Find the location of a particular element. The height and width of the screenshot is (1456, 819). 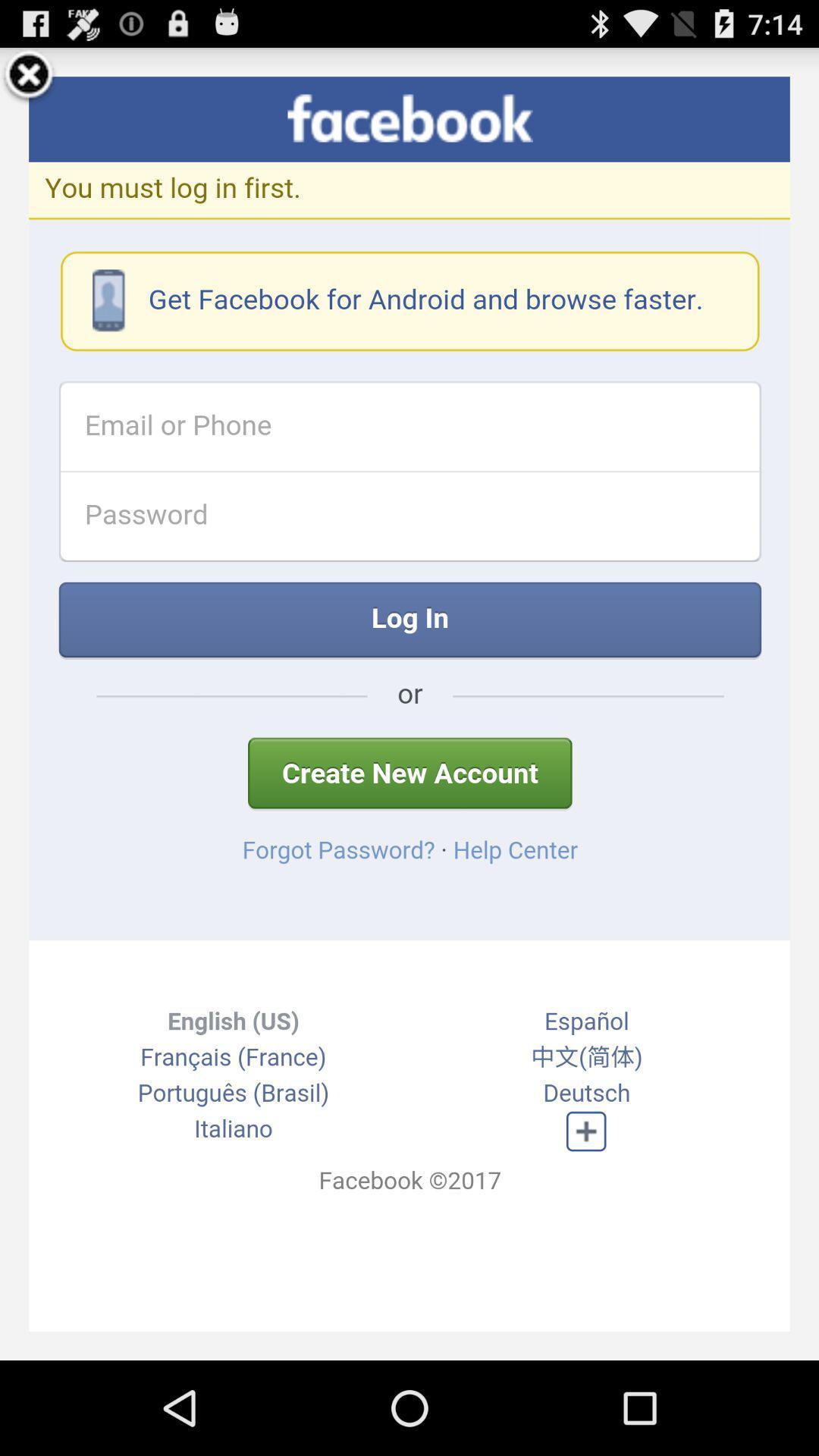

the page is located at coordinates (29, 76).